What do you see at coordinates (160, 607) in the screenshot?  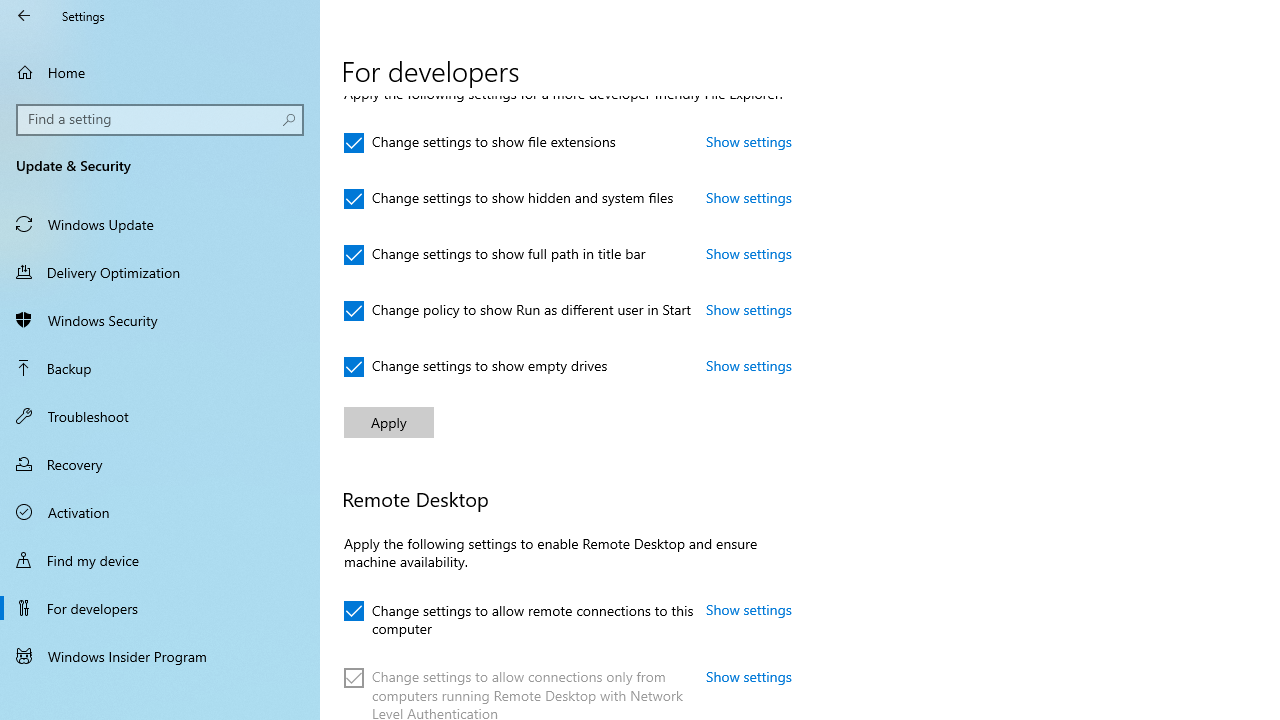 I see `'For developers'` at bounding box center [160, 607].